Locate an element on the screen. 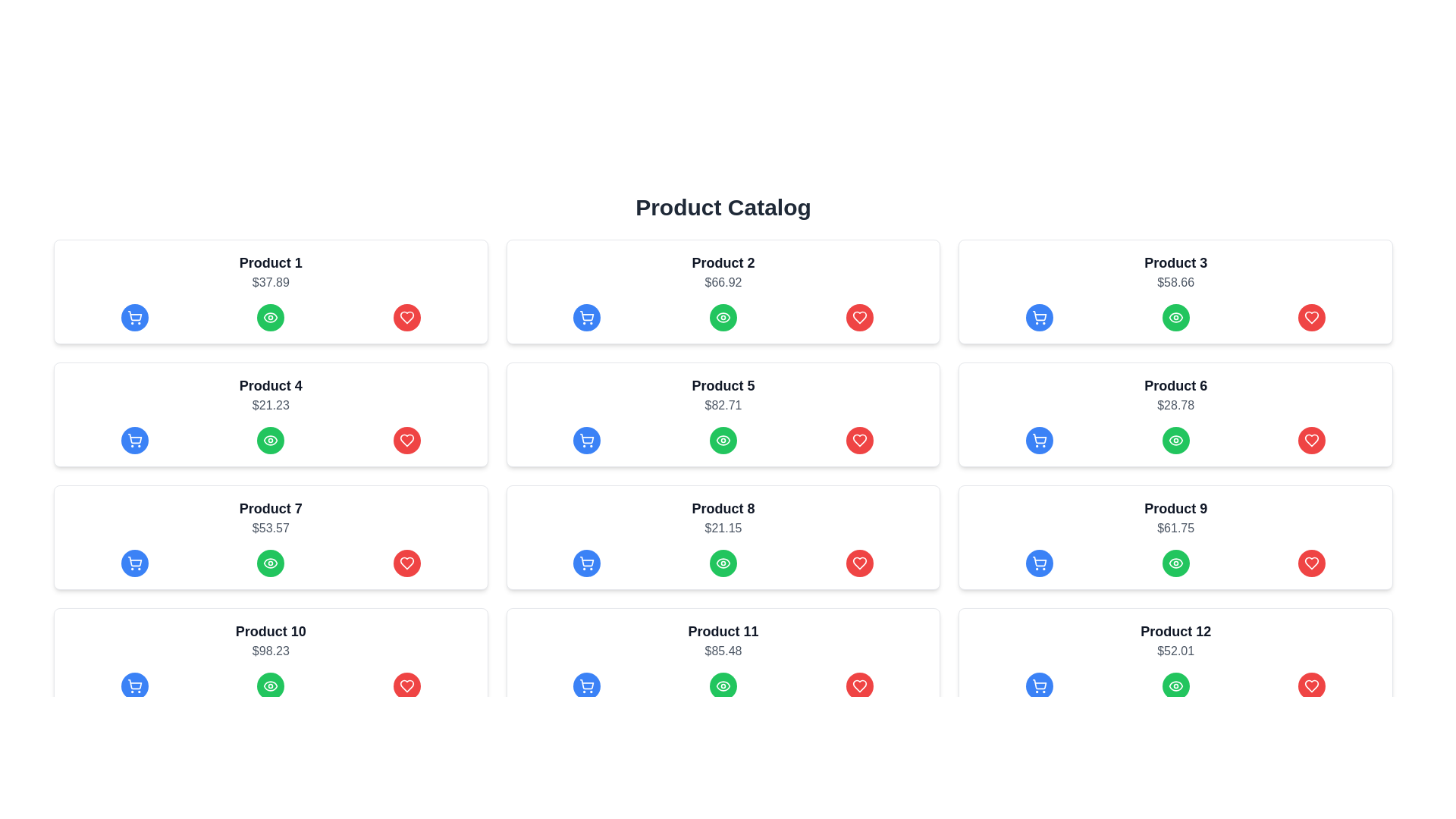  the product card located in the second row and third column of the product catalog grid is located at coordinates (1175, 415).